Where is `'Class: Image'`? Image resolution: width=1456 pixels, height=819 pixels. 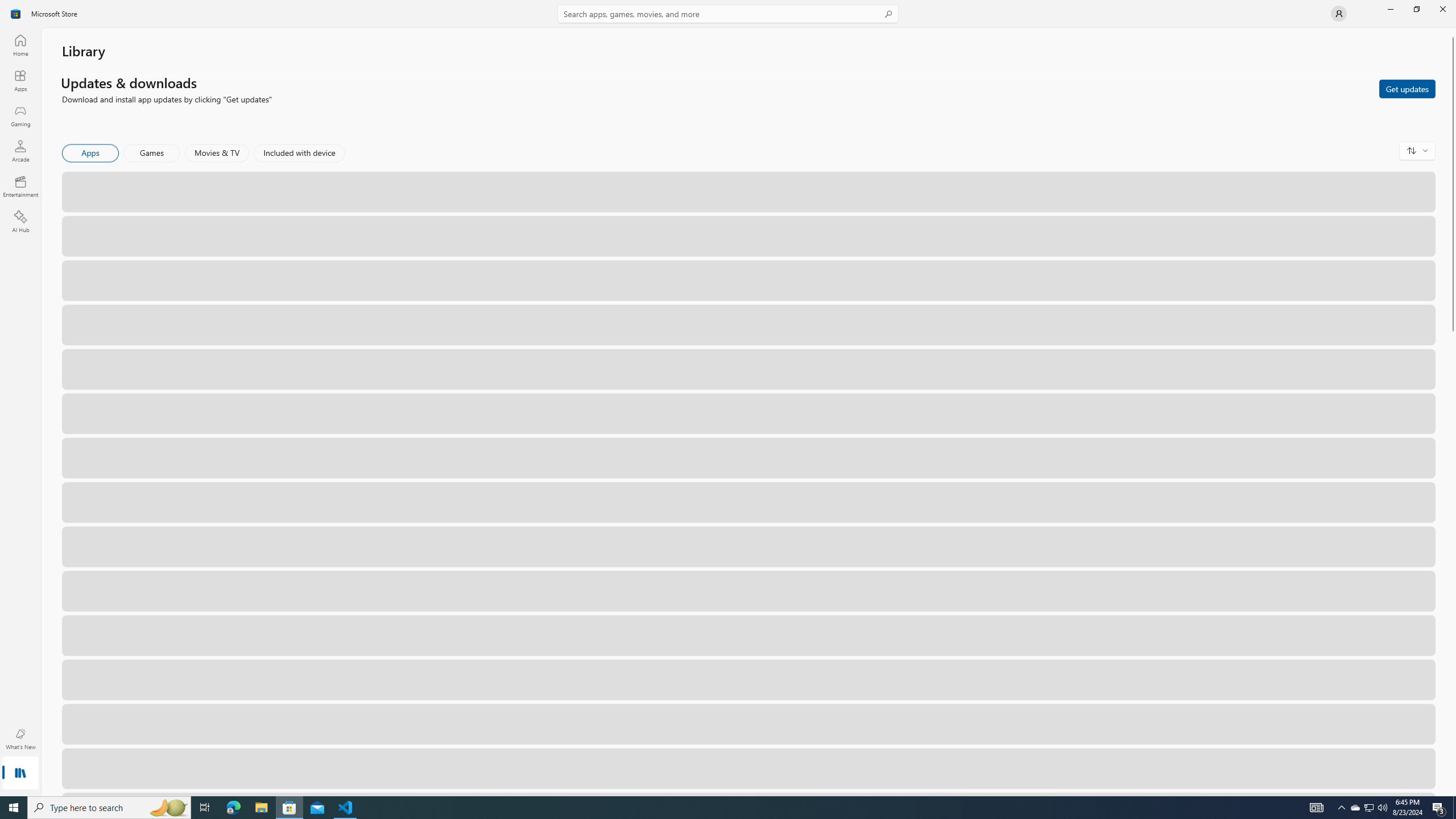
'Class: Image' is located at coordinates (16, 13).